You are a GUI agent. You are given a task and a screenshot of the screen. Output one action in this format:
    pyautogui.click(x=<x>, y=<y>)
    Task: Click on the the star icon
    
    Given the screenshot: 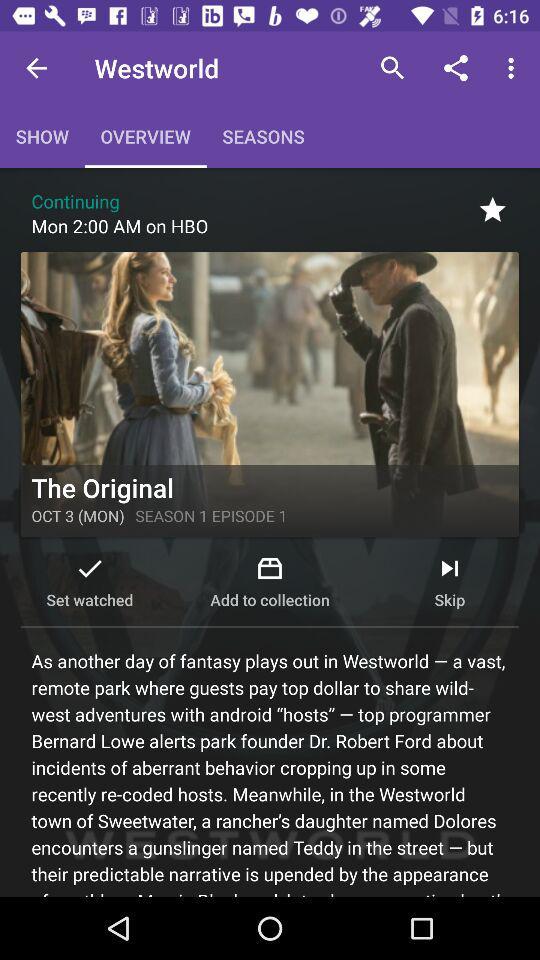 What is the action you would take?
    pyautogui.click(x=491, y=210)
    